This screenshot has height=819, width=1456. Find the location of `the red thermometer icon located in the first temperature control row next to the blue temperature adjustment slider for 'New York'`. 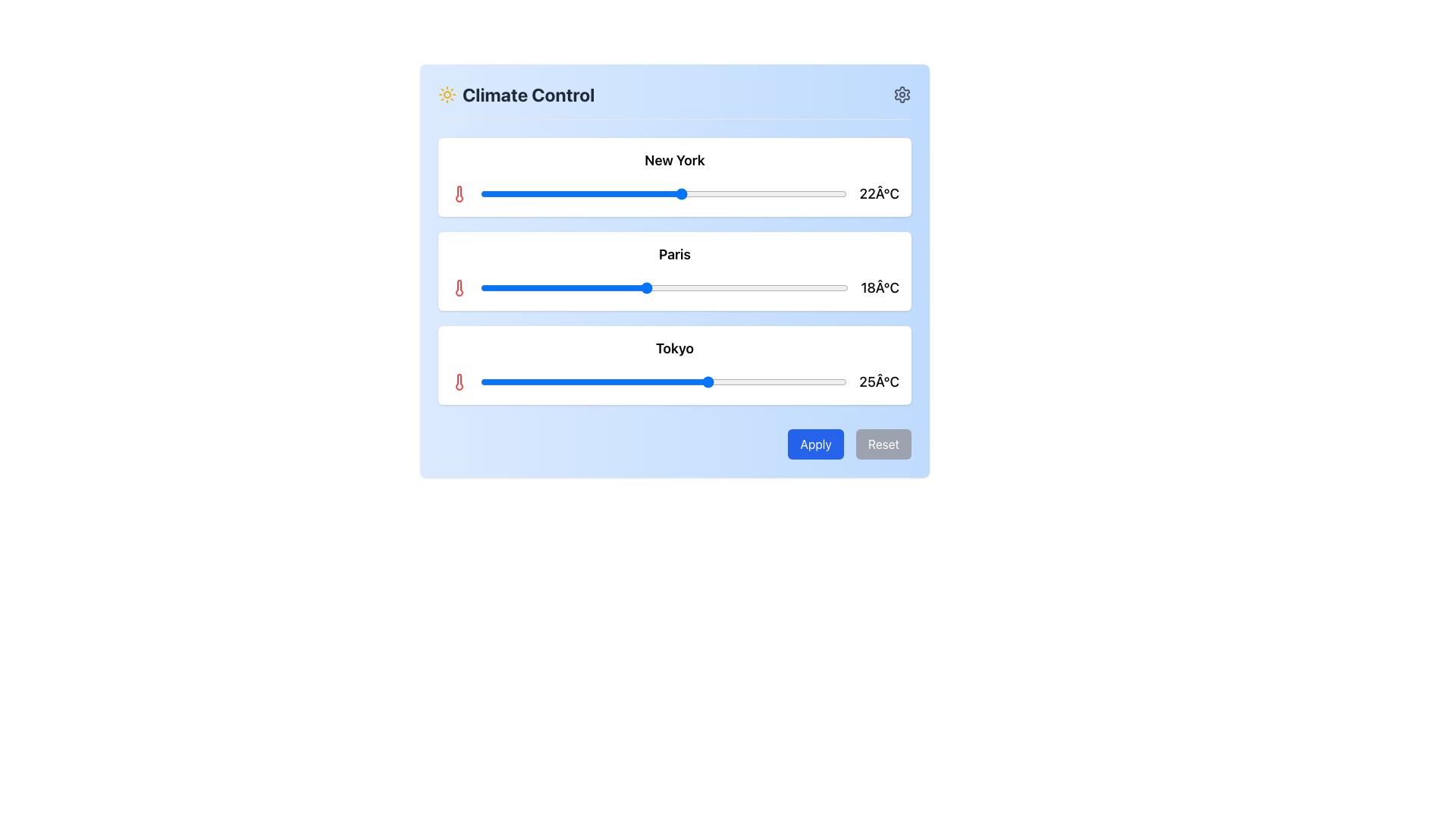

the red thermometer icon located in the first temperature control row next to the blue temperature adjustment slider for 'New York' is located at coordinates (458, 193).